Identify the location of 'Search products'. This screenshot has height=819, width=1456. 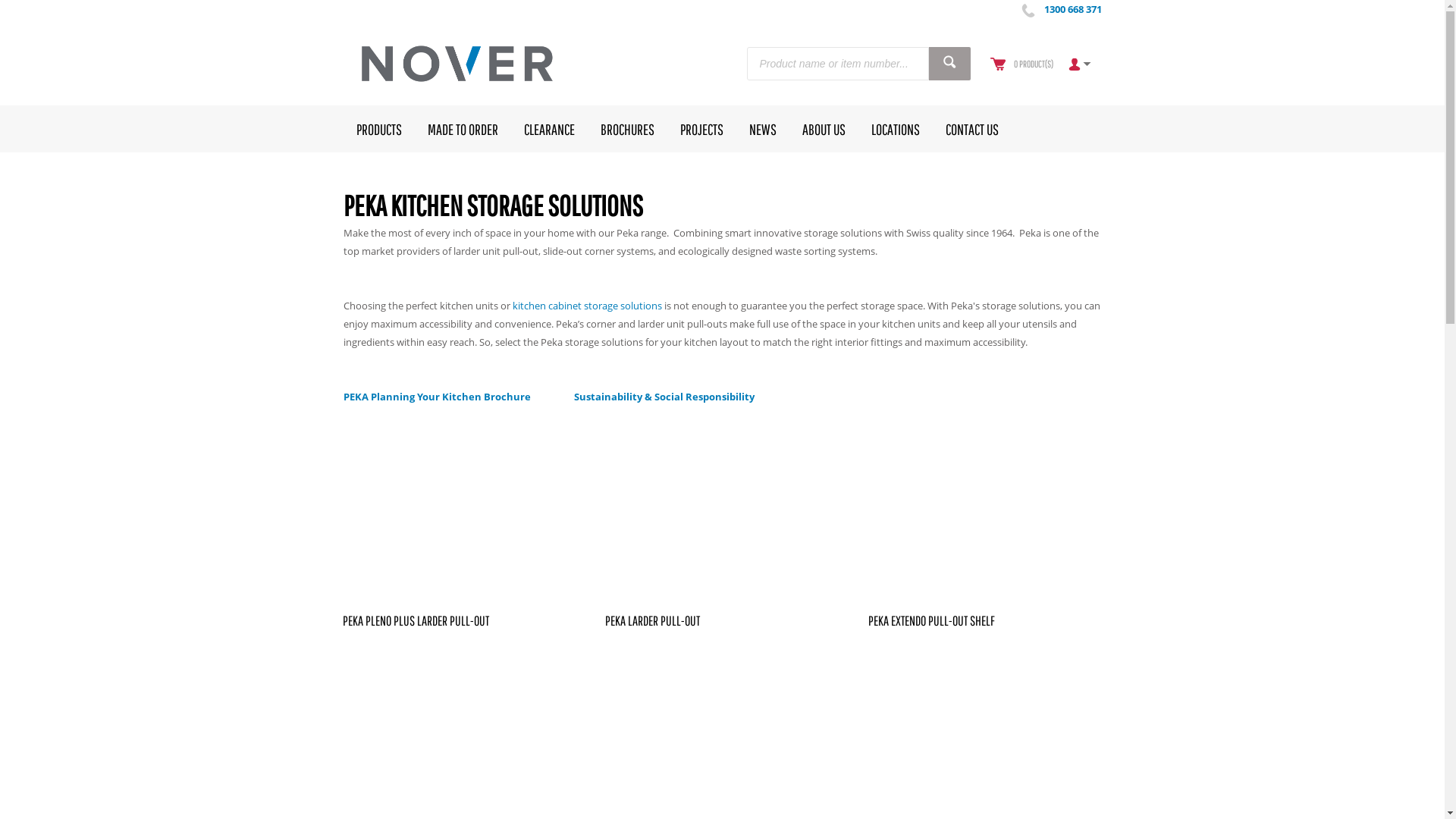
(948, 63).